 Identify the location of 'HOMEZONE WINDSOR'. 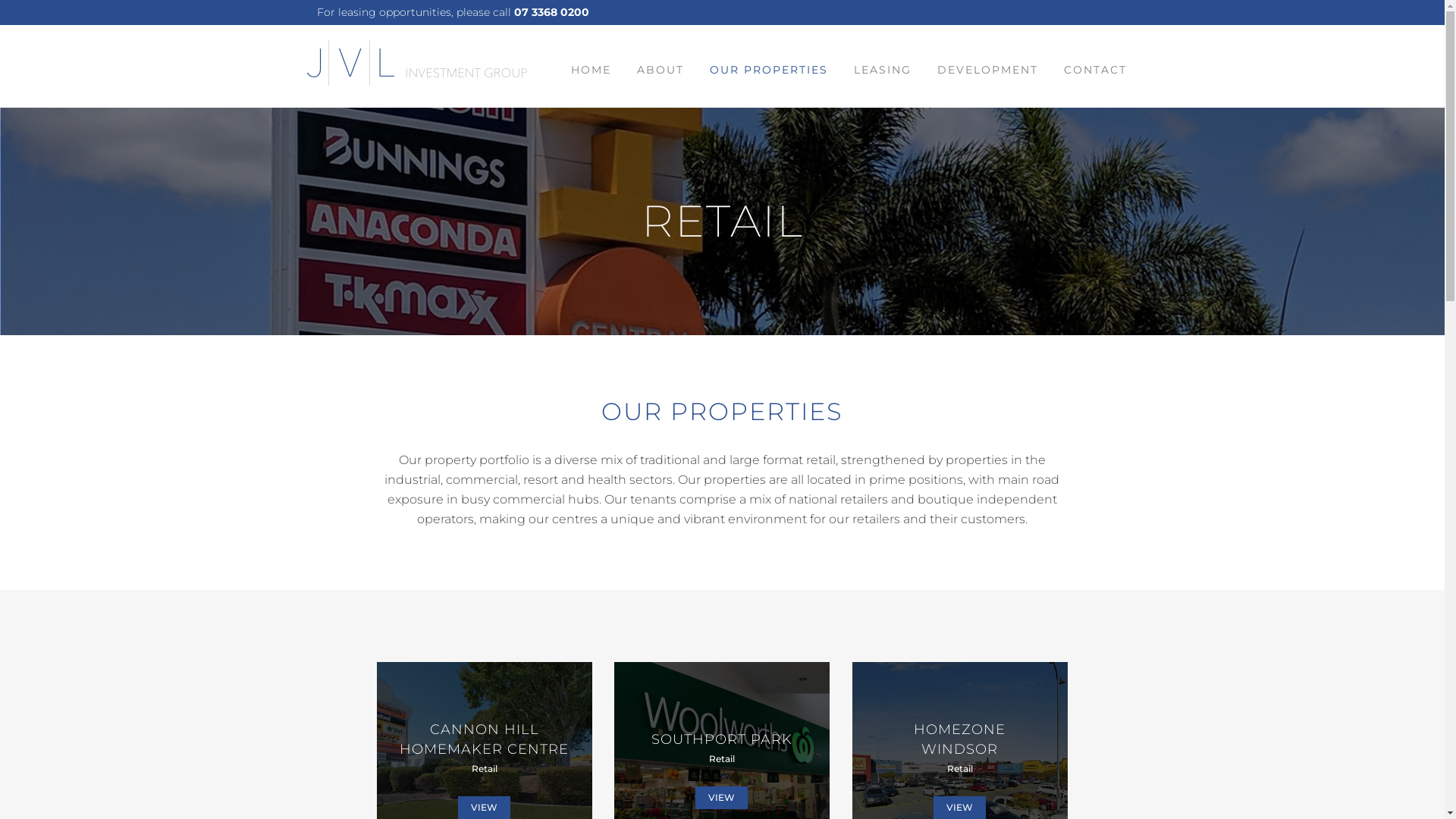
(912, 739).